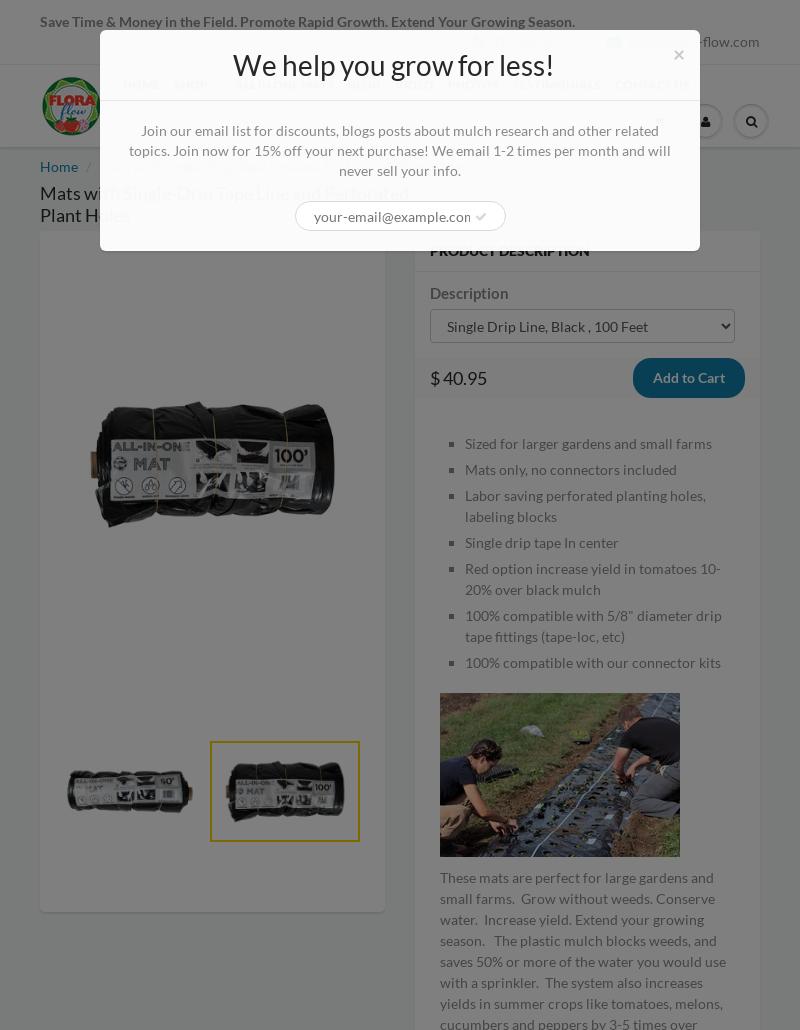 This screenshot has height=1030, width=800. What do you see at coordinates (464, 578) in the screenshot?
I see `'Red option increase yield in tomatoes 10-20% over black mulch'` at bounding box center [464, 578].